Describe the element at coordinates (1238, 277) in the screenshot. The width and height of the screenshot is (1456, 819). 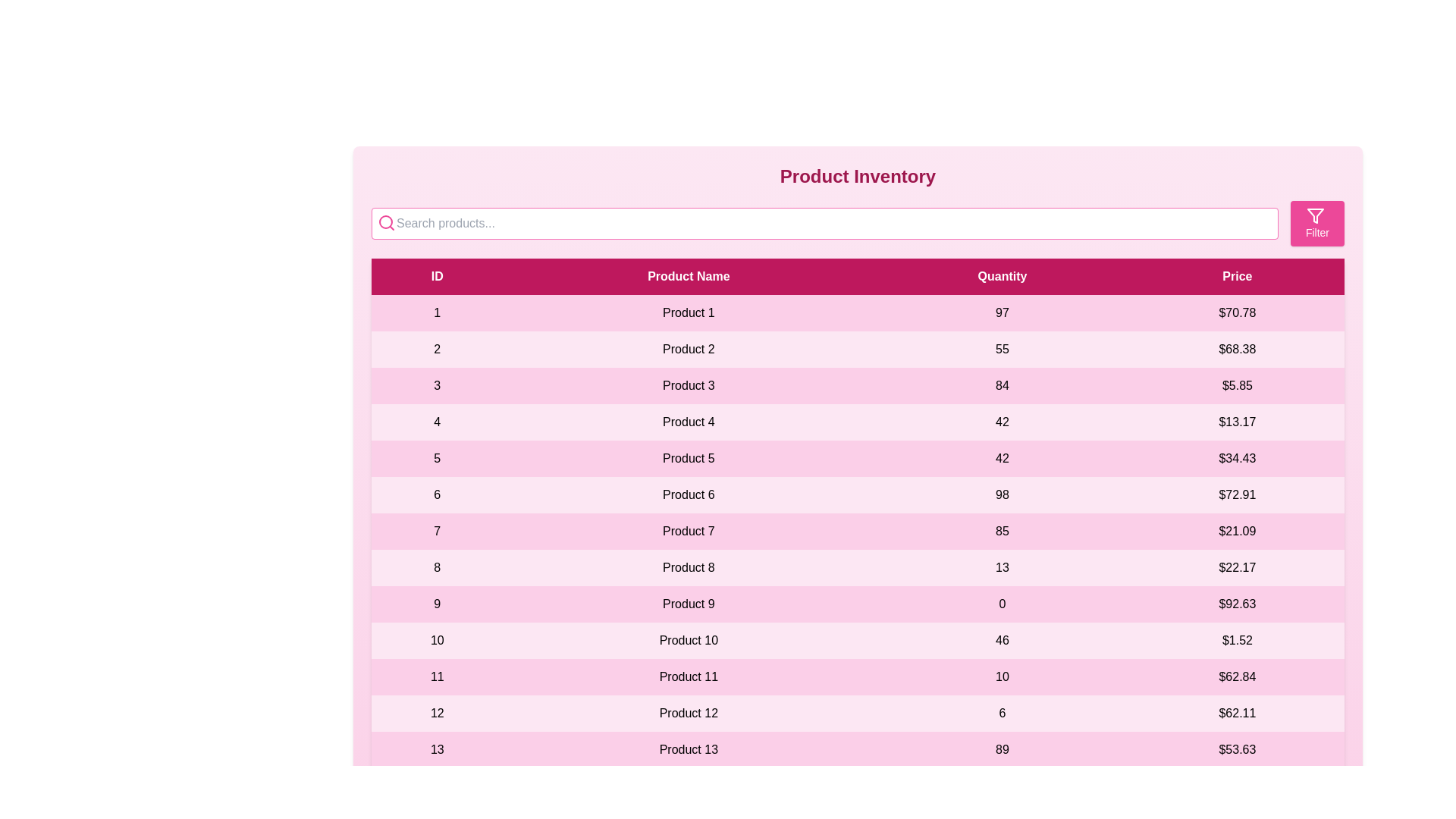
I see `the header of the Price column to sort the table by that column` at that location.